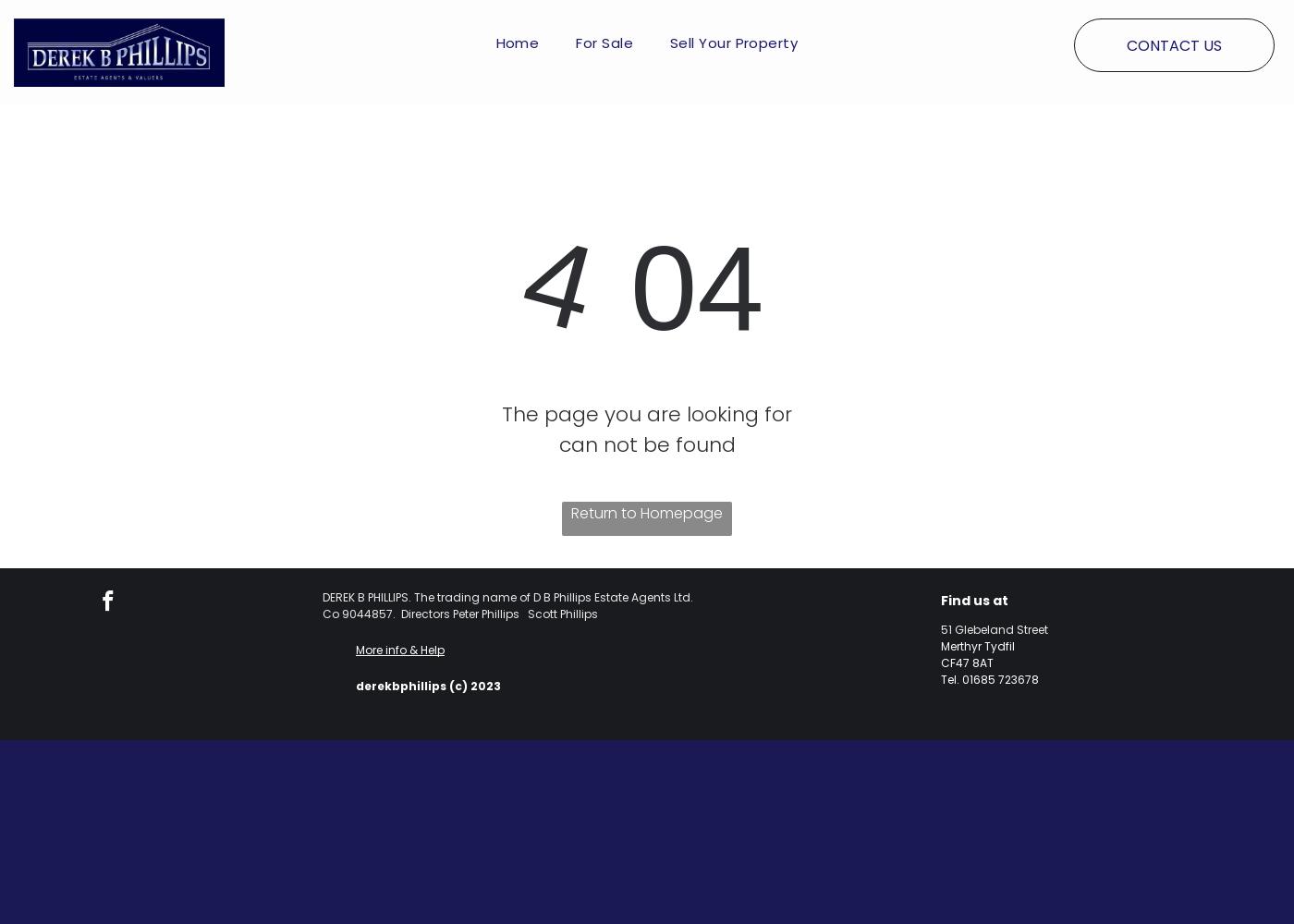 Image resolution: width=1294 pixels, height=924 pixels. What do you see at coordinates (994, 629) in the screenshot?
I see `'51 Glebeland Street'` at bounding box center [994, 629].